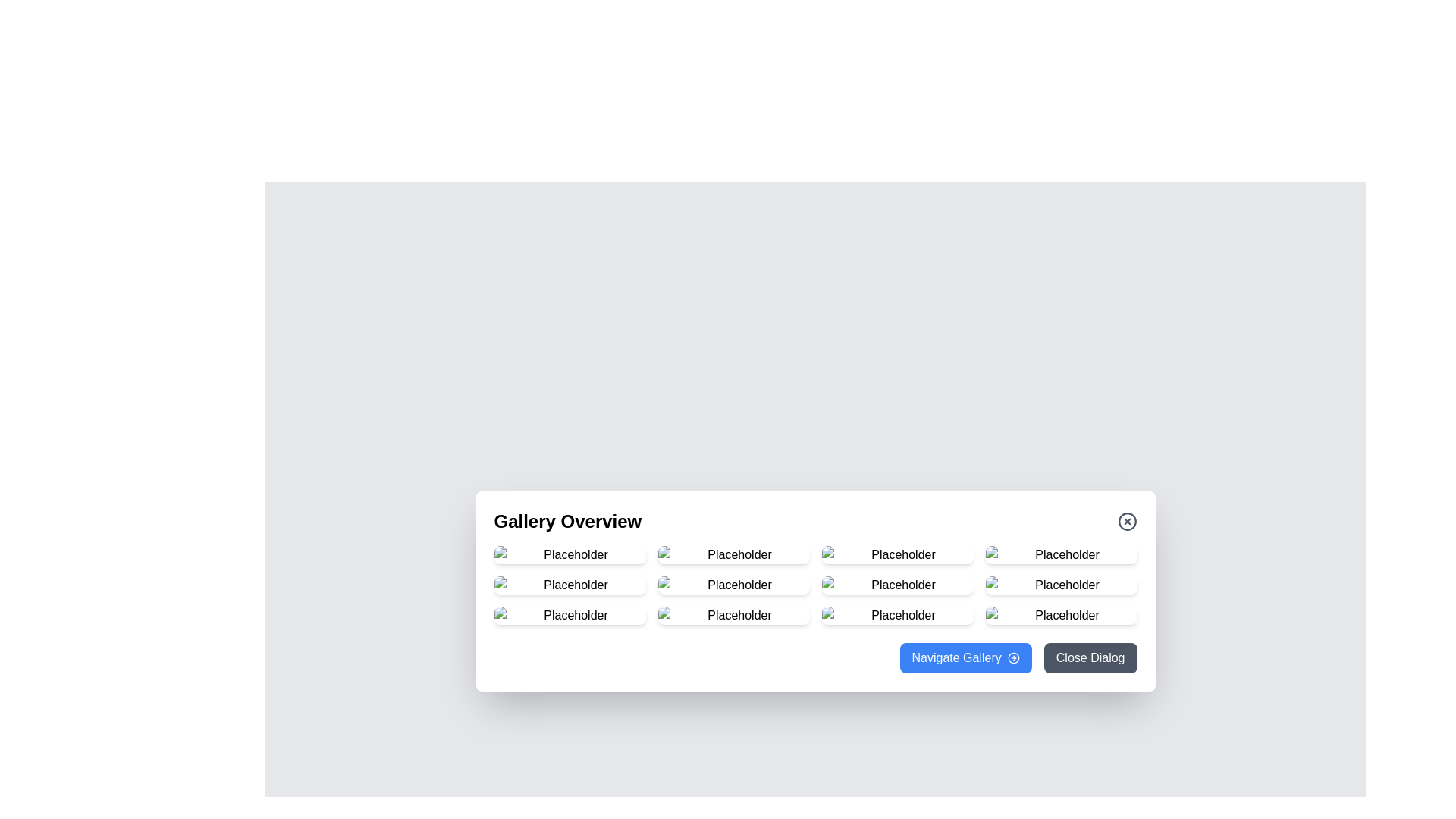  I want to click on close button to close the dialog, so click(1127, 520).